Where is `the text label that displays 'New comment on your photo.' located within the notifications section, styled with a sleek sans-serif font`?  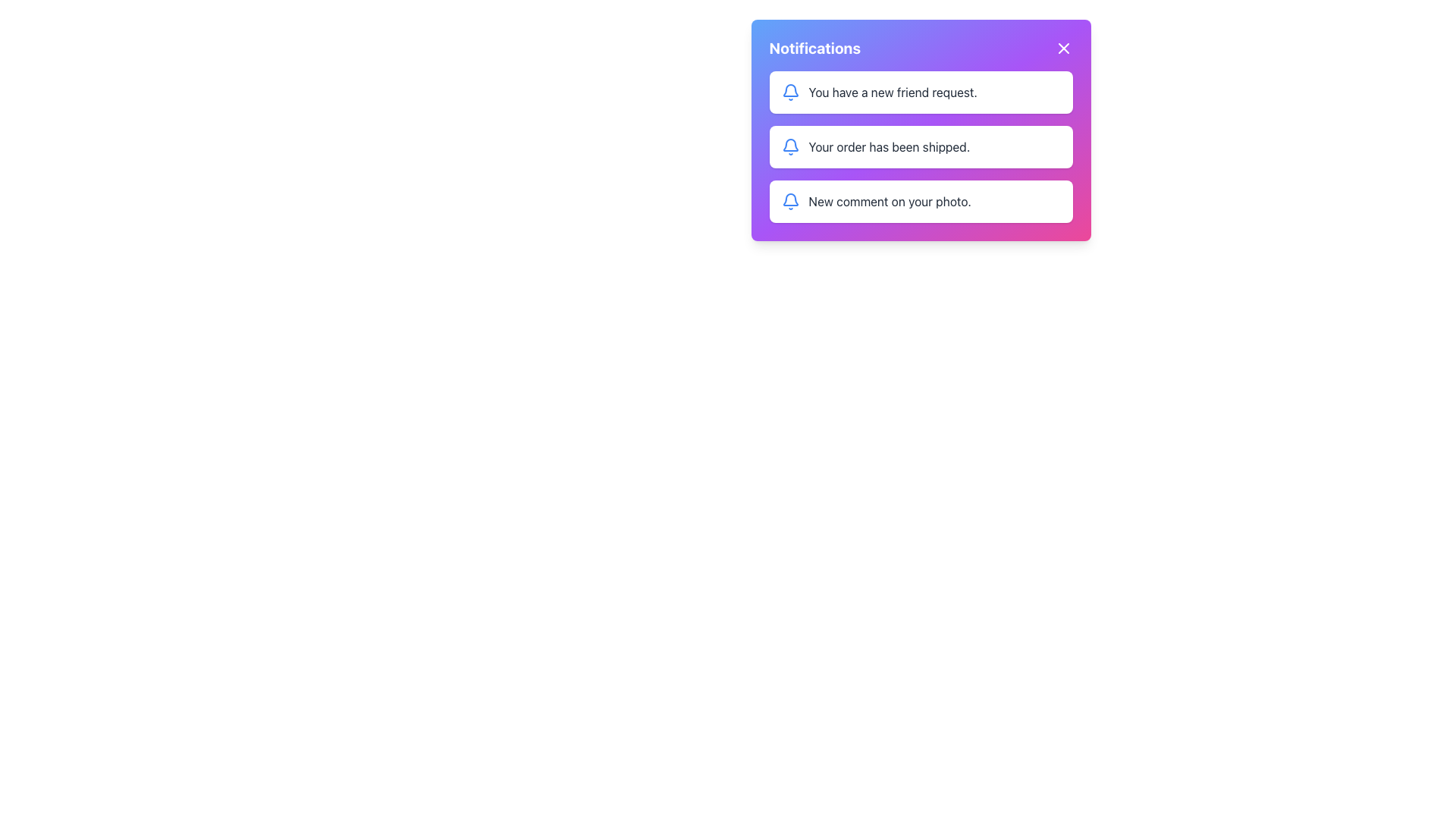 the text label that displays 'New comment on your photo.' located within the notifications section, styled with a sleek sans-serif font is located at coordinates (890, 201).